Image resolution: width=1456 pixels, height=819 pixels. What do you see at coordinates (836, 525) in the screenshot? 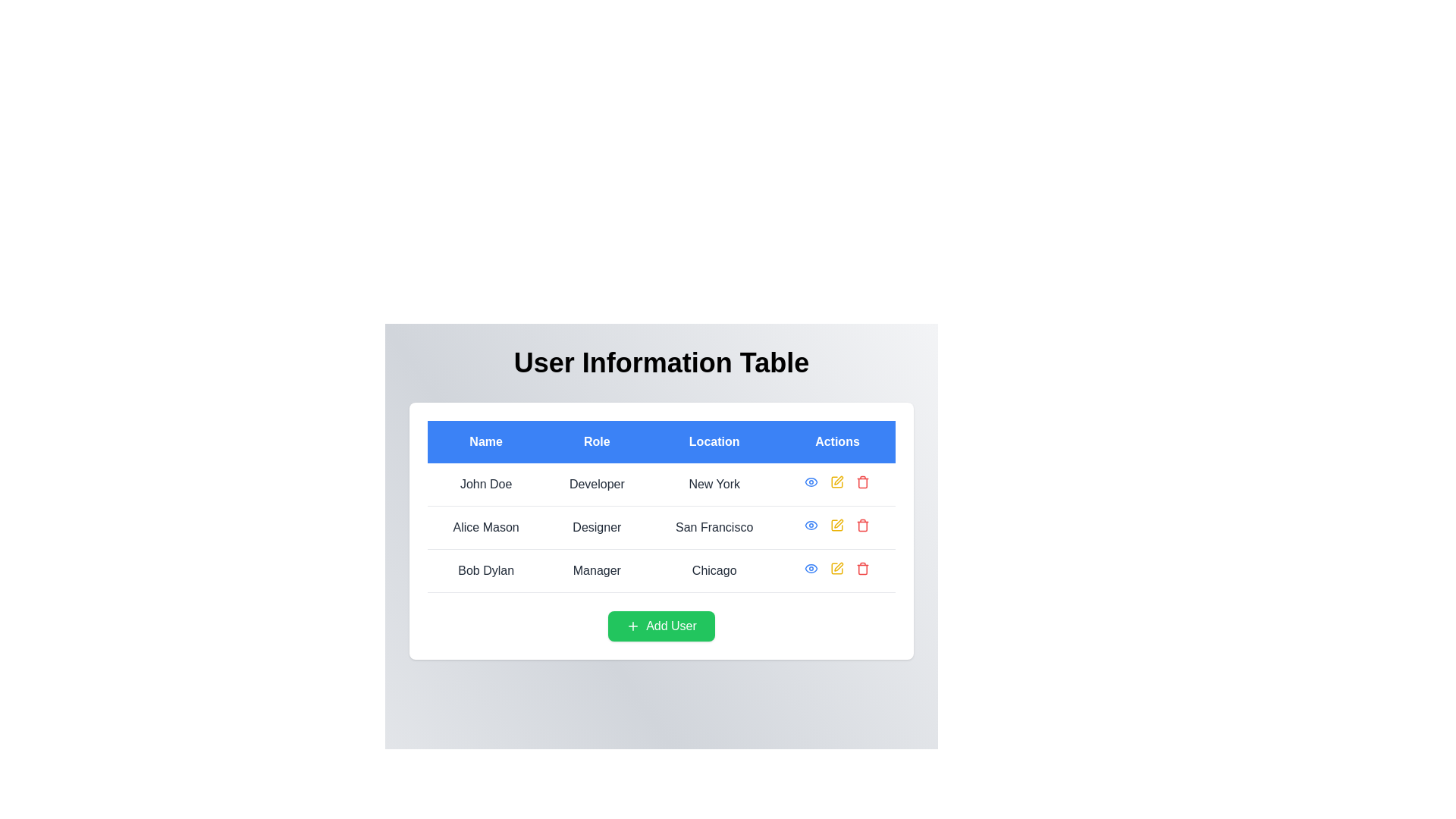
I see `the edit button in the actions column of the second row in the data table, positioned between the blue 'view' icon and the red 'delete' icon` at bounding box center [836, 525].